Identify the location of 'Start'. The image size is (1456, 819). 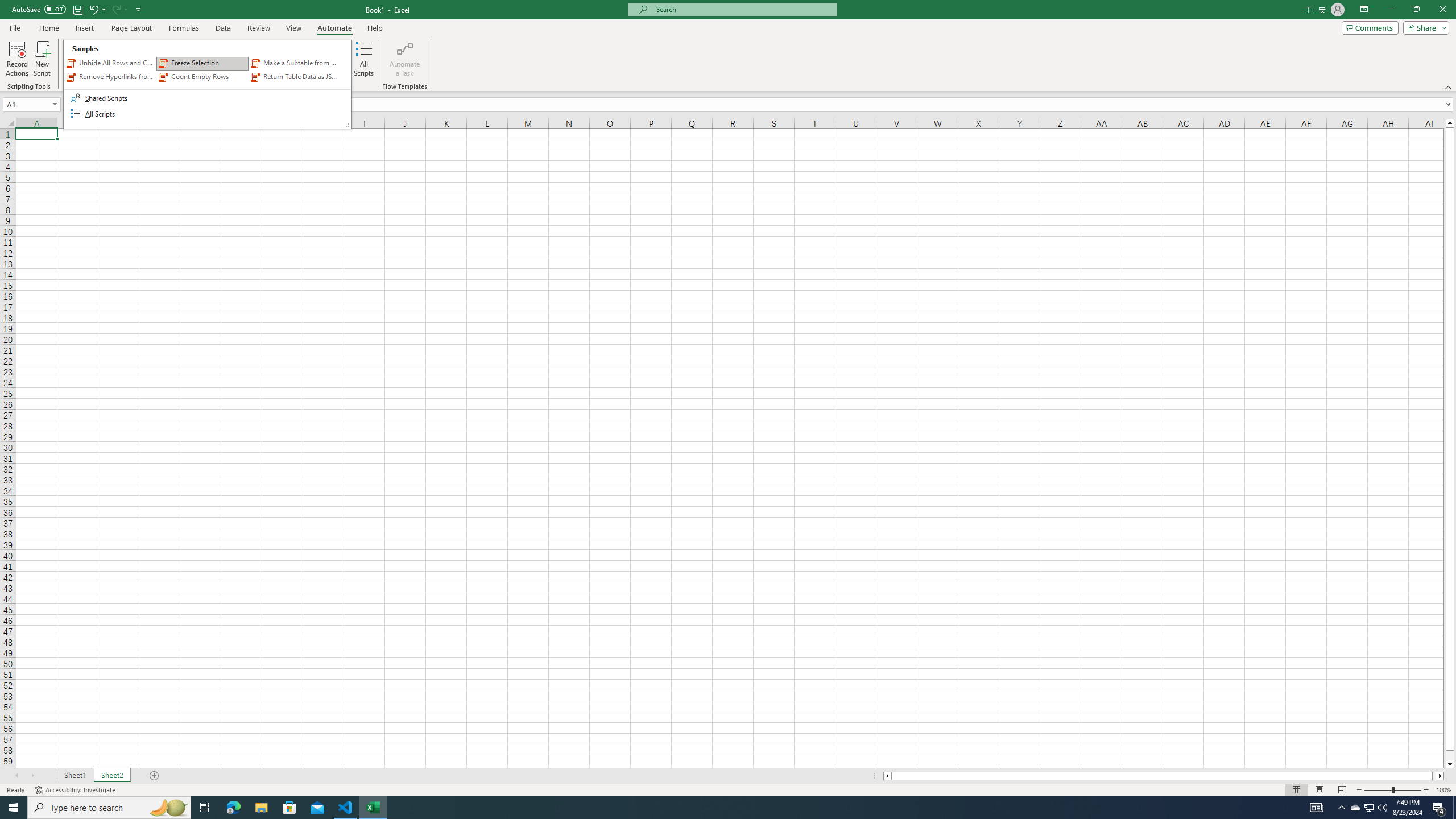
(14, 806).